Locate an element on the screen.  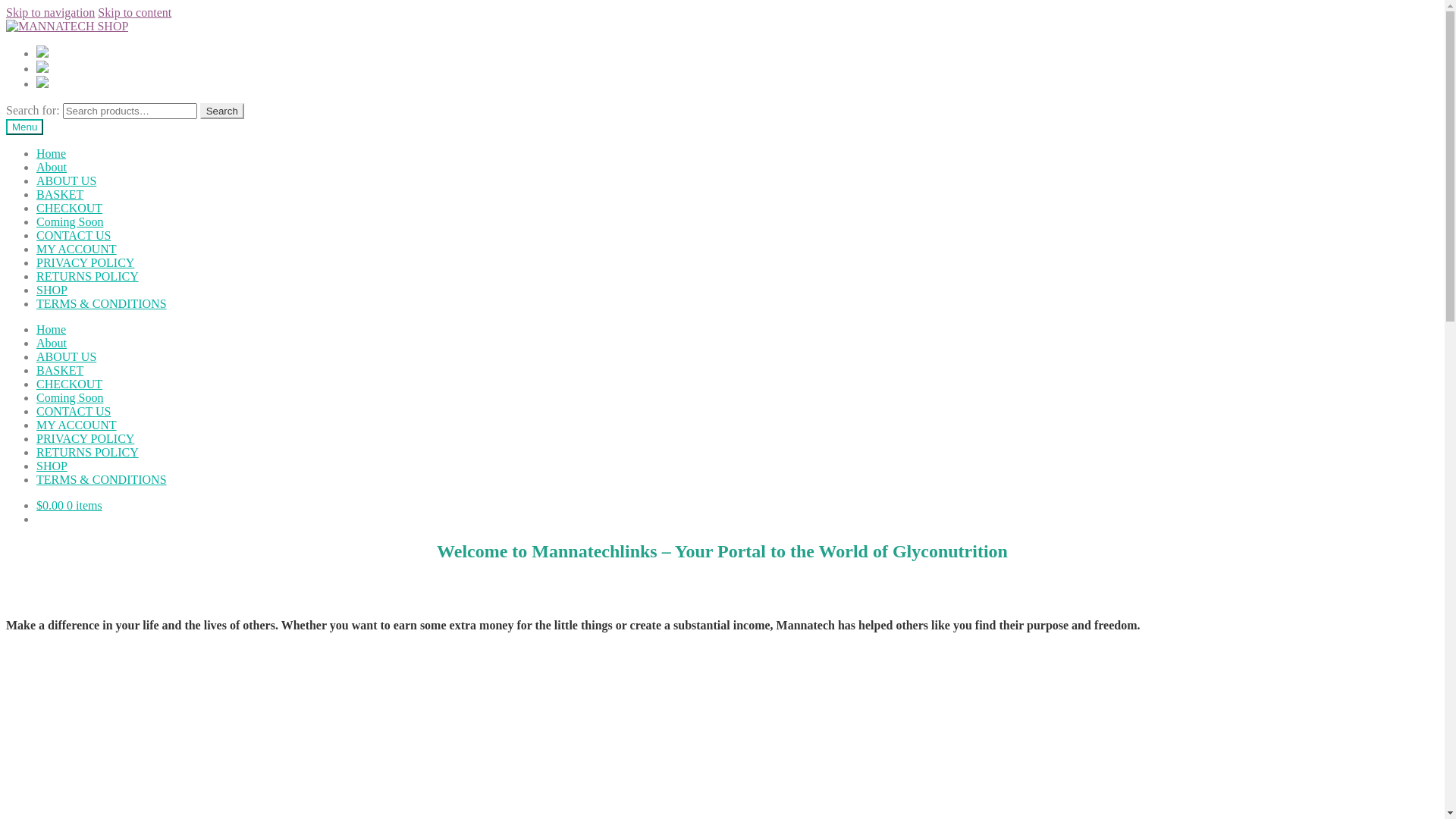
'About' is located at coordinates (51, 343).